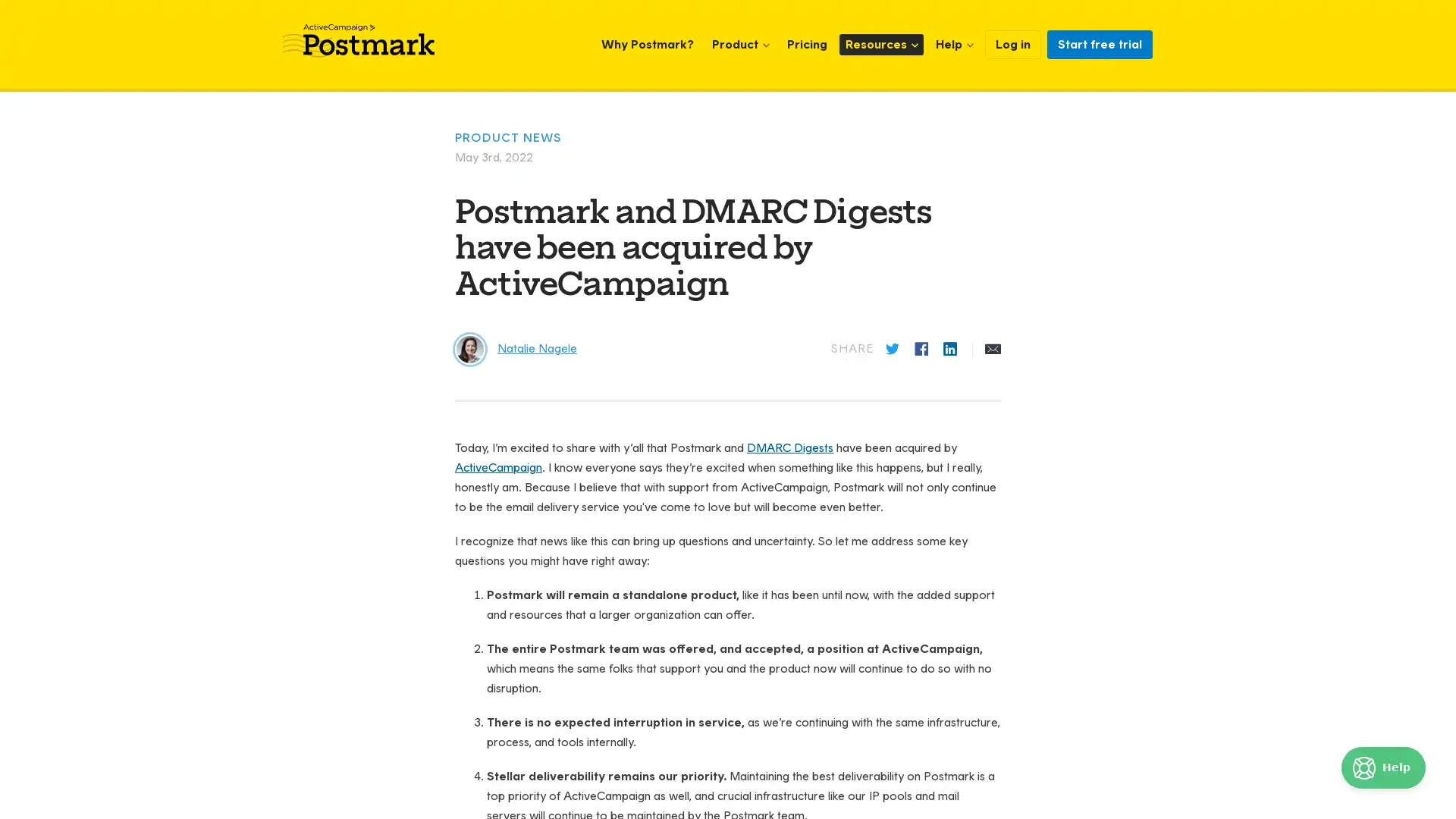 The width and height of the screenshot is (1456, 819). I want to click on Help, so click(1383, 767).